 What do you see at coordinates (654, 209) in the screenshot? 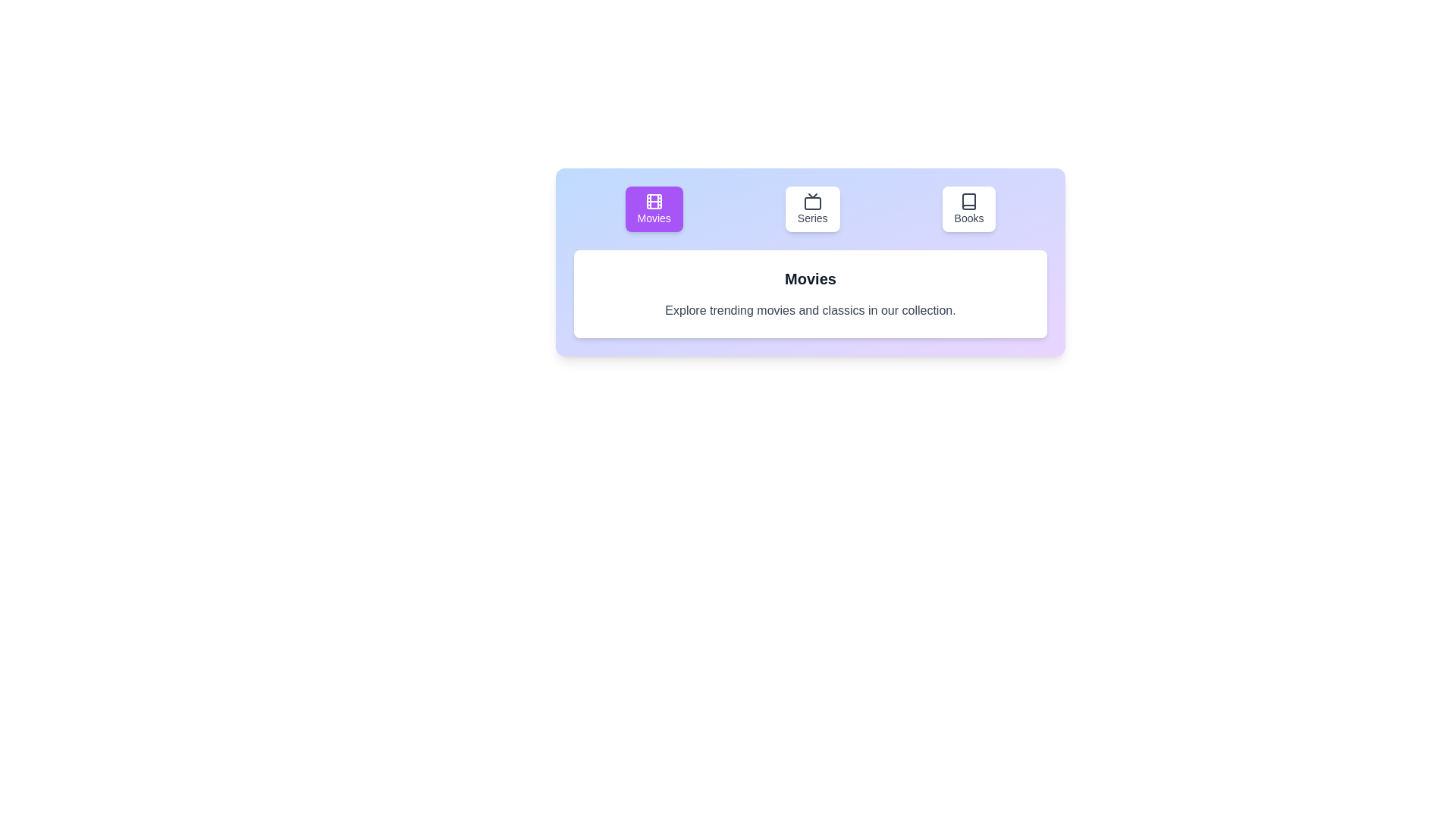
I see `the Movies tab by clicking on its button` at bounding box center [654, 209].